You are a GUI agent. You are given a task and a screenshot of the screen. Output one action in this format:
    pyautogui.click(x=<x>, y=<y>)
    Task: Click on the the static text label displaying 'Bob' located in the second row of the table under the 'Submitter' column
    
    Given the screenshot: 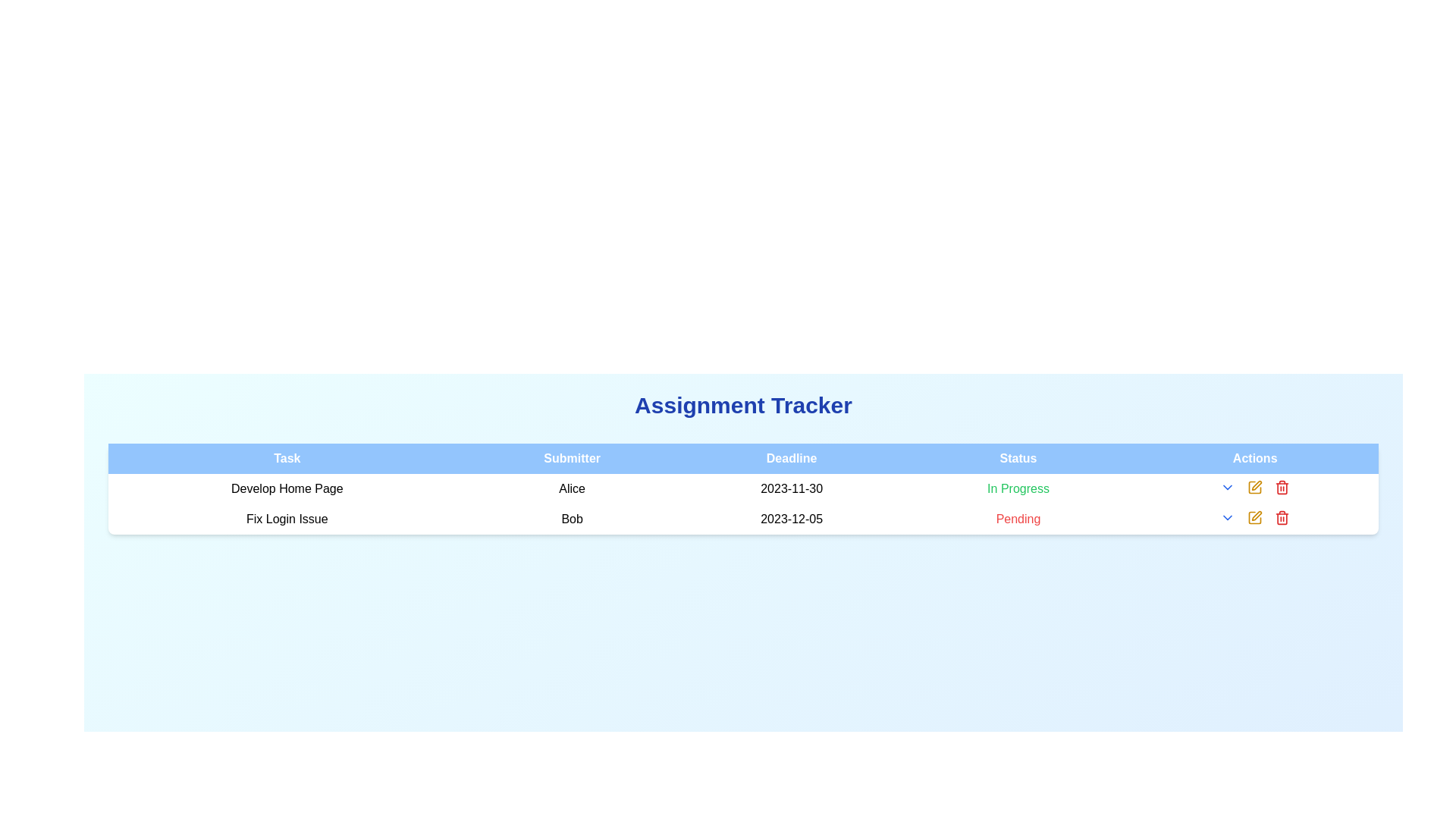 What is the action you would take?
    pyautogui.click(x=571, y=519)
    